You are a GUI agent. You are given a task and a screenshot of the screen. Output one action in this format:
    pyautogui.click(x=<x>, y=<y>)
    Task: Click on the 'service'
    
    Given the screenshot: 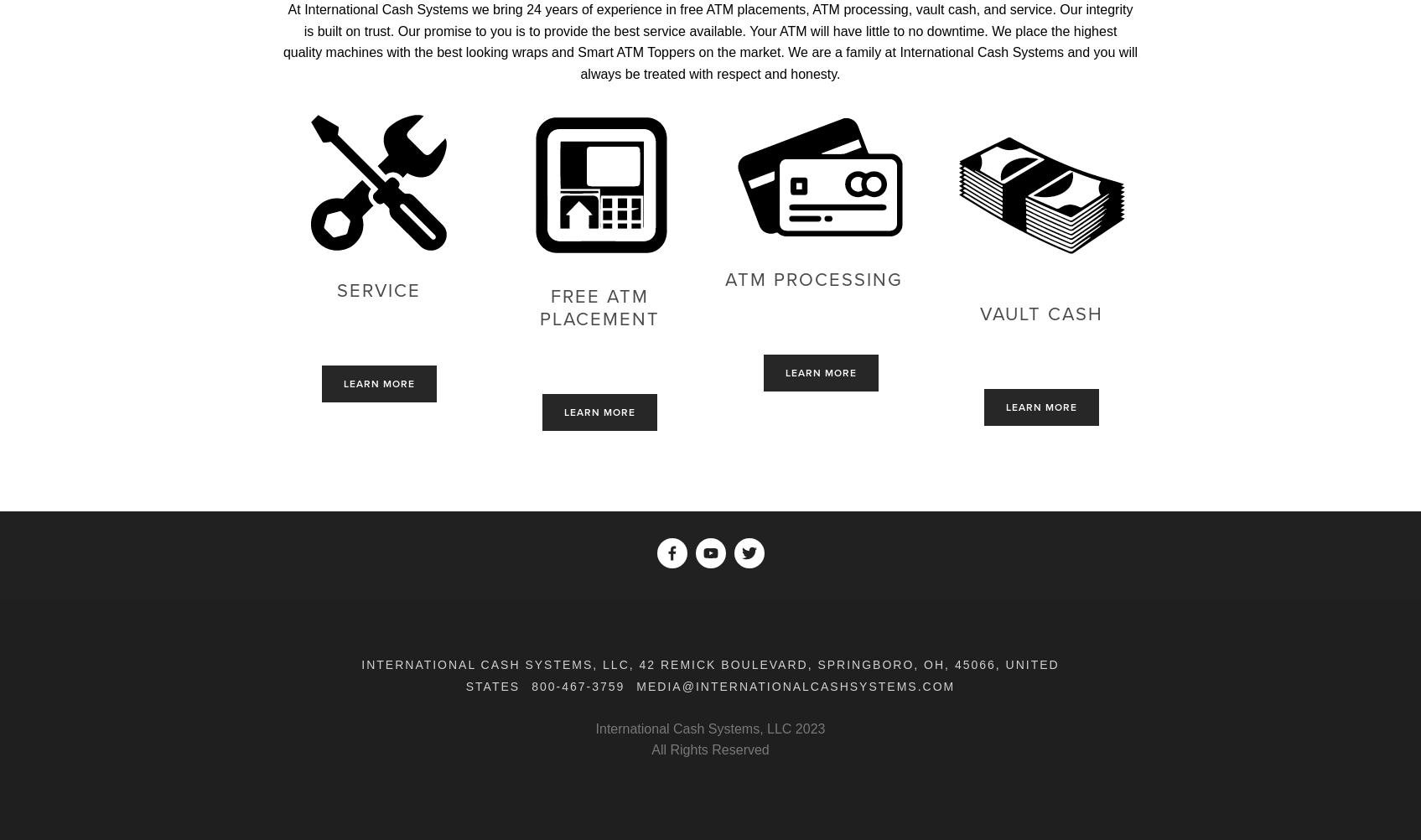 What is the action you would take?
    pyautogui.click(x=337, y=290)
    